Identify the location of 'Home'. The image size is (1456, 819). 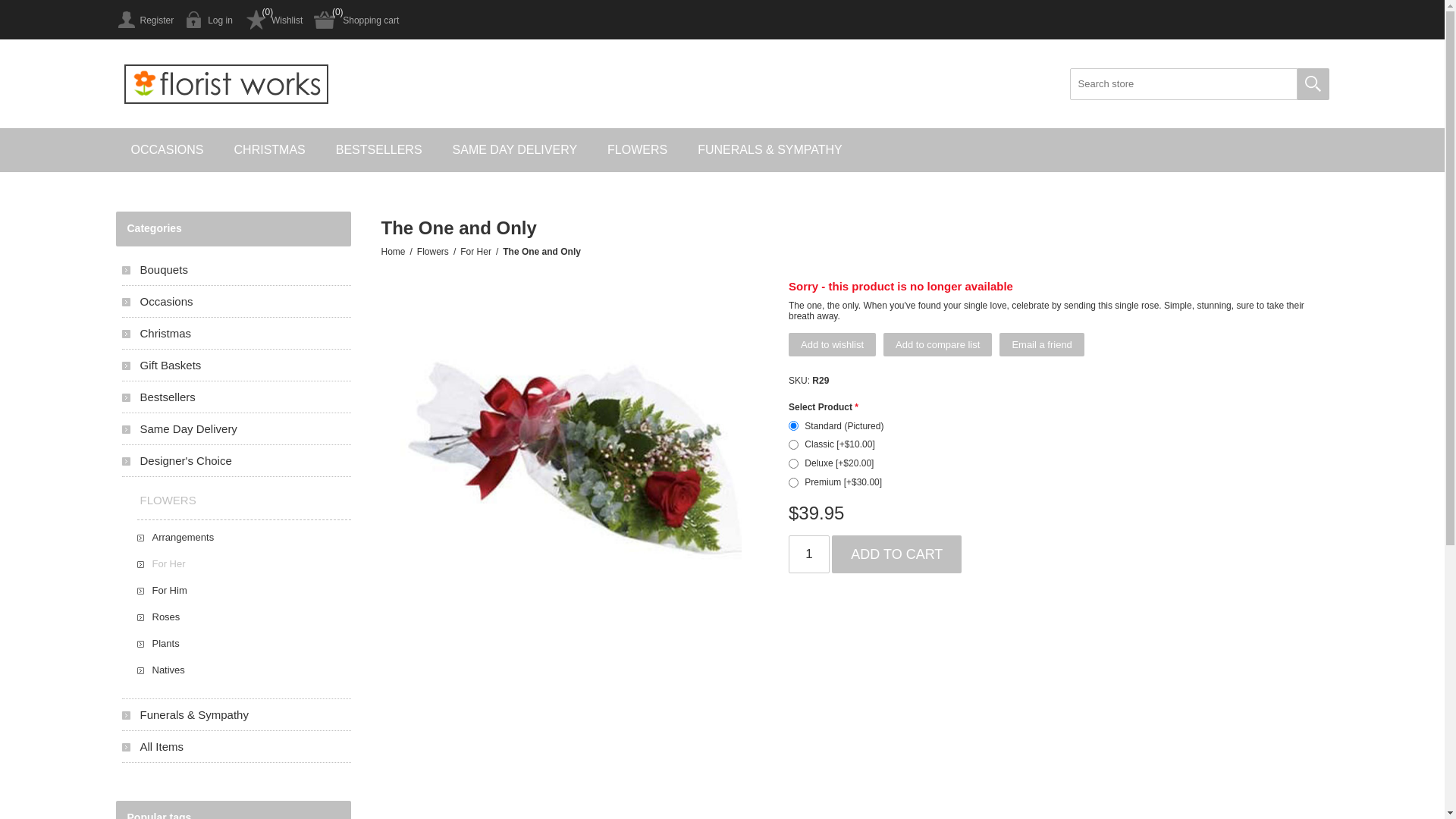
(381, 250).